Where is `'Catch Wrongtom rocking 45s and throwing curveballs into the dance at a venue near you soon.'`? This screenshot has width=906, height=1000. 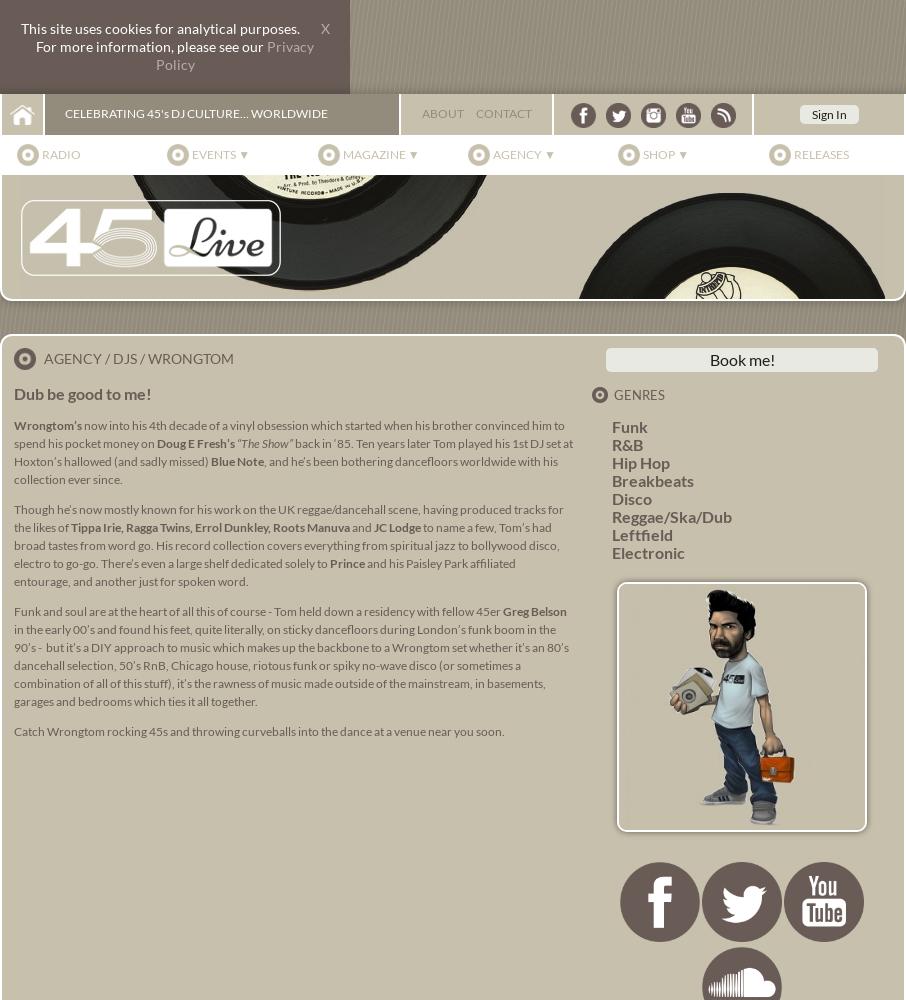 'Catch Wrongtom rocking 45s and throwing curveballs into the dance at a venue near you soon.' is located at coordinates (259, 730).